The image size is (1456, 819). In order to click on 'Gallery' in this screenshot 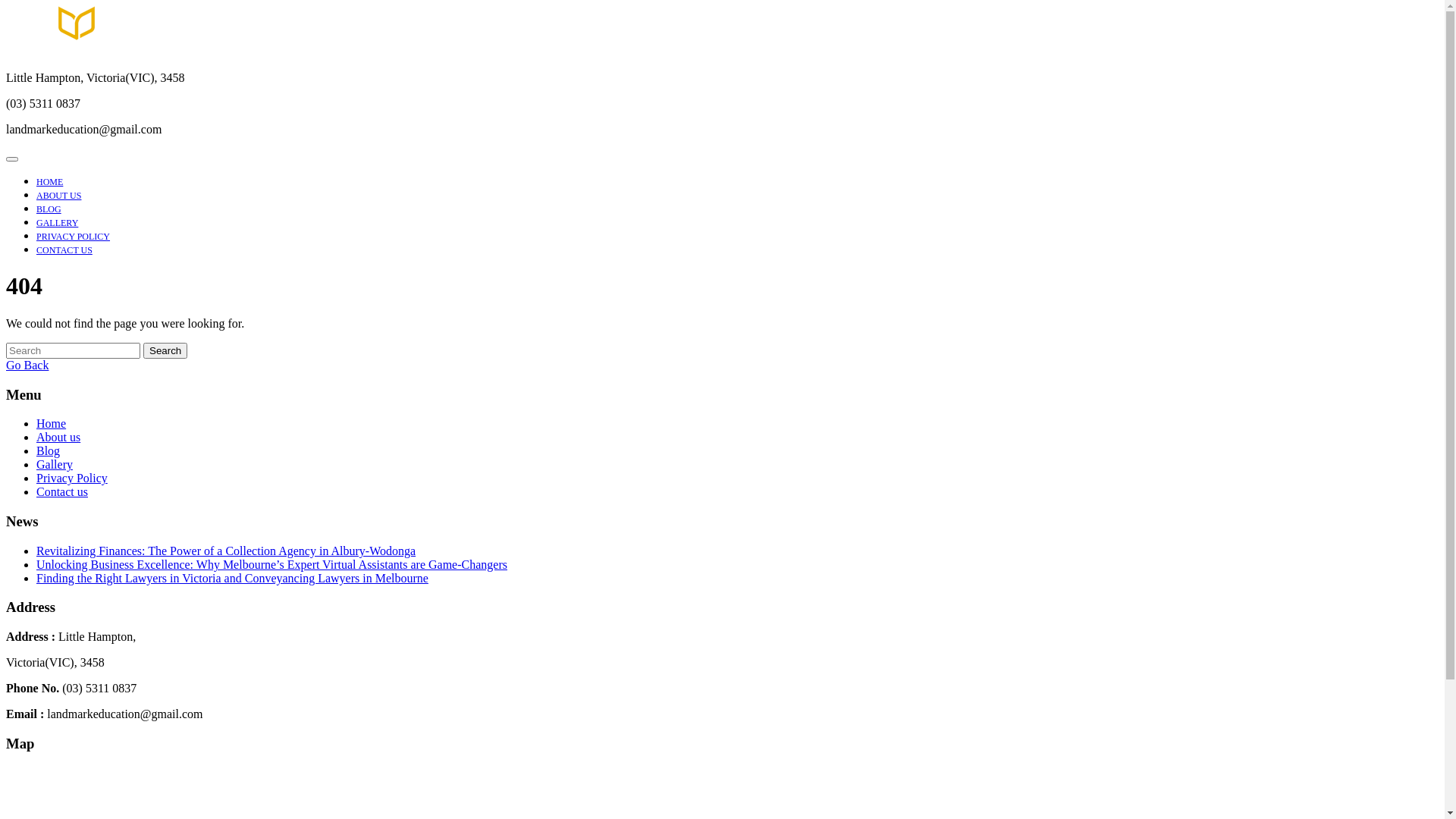, I will do `click(55, 463)`.